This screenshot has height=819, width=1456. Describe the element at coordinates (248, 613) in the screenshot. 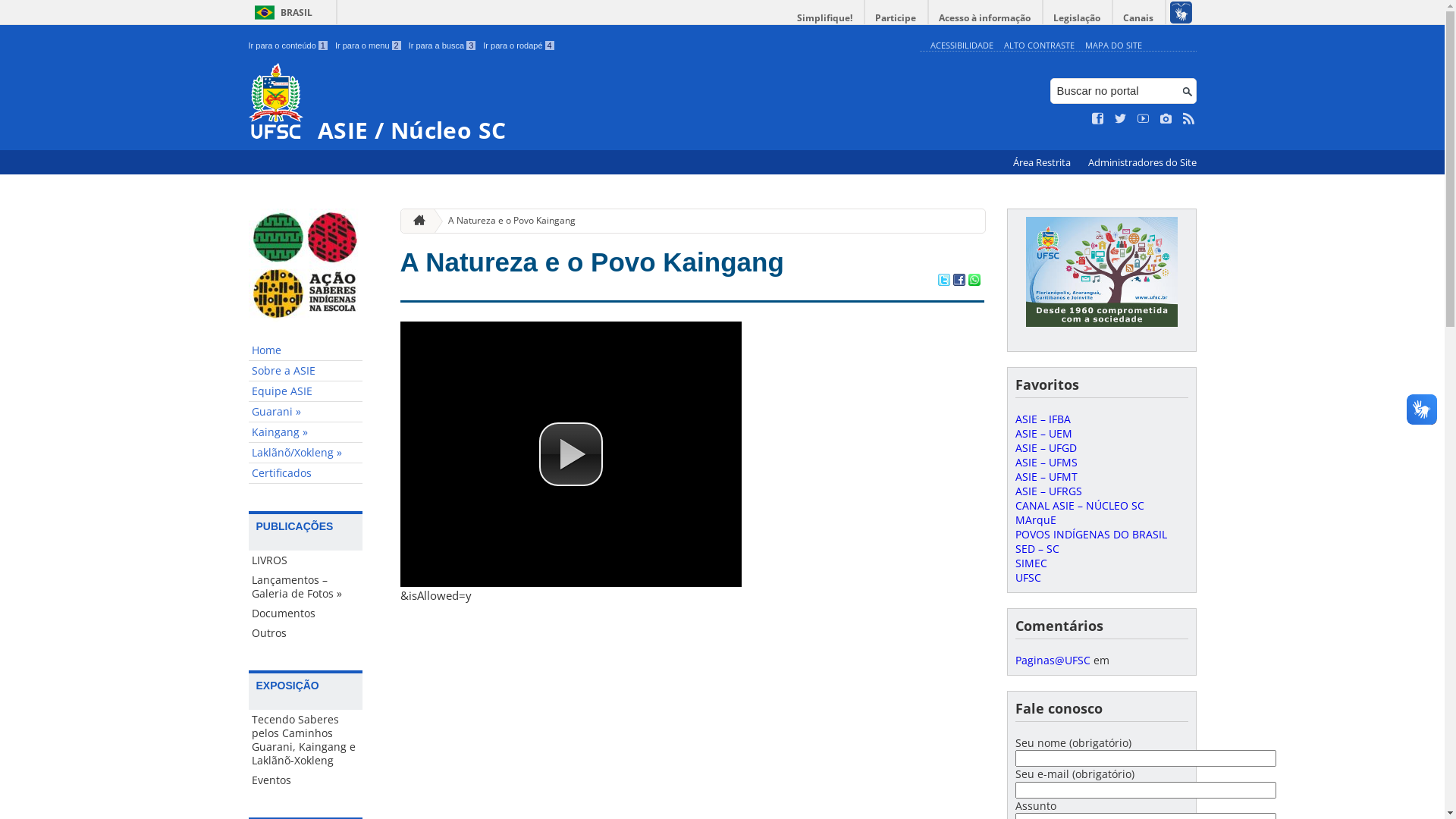

I see `'Documentos'` at that location.